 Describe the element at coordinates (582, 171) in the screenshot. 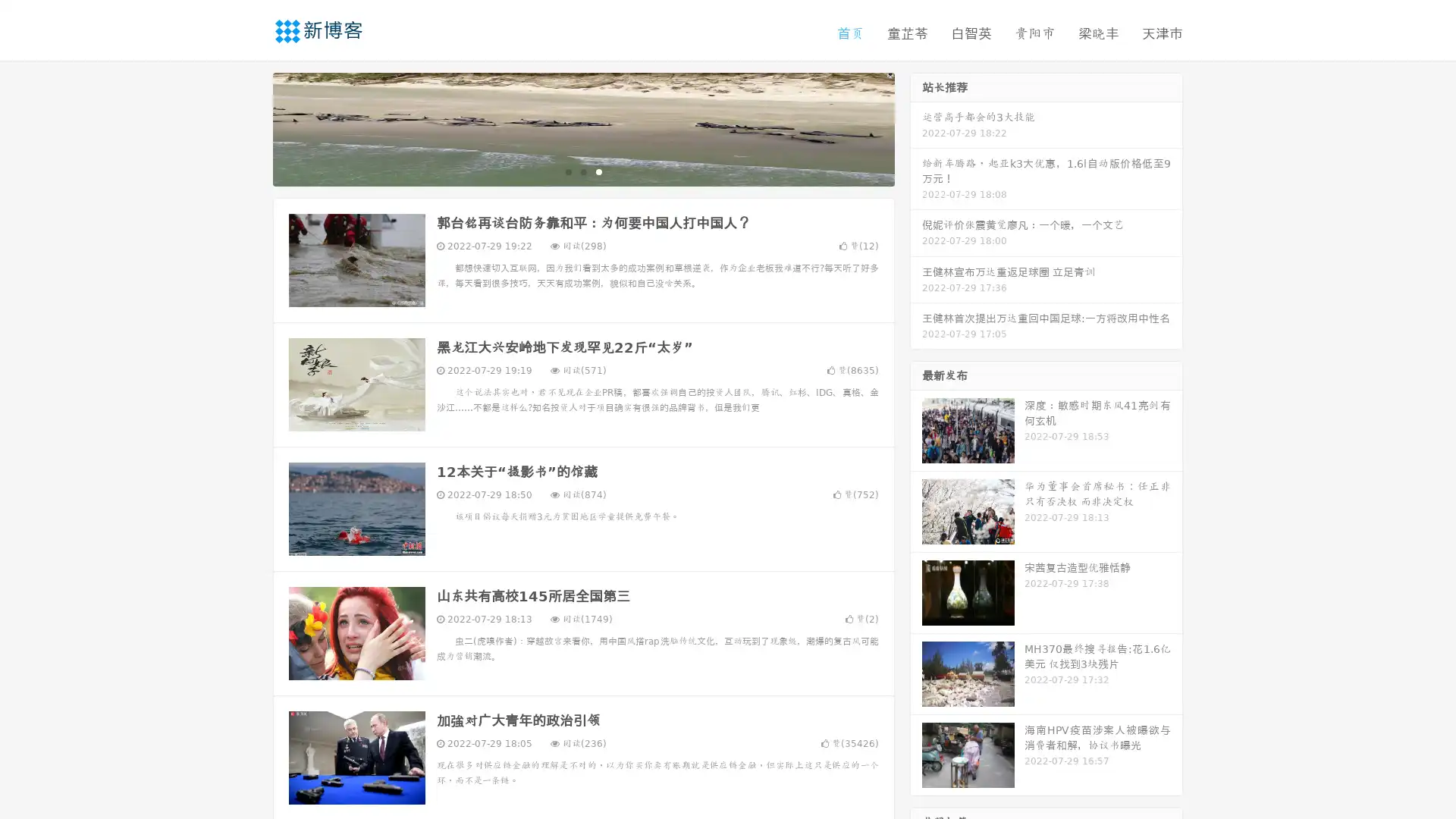

I see `Go to slide 2` at that location.